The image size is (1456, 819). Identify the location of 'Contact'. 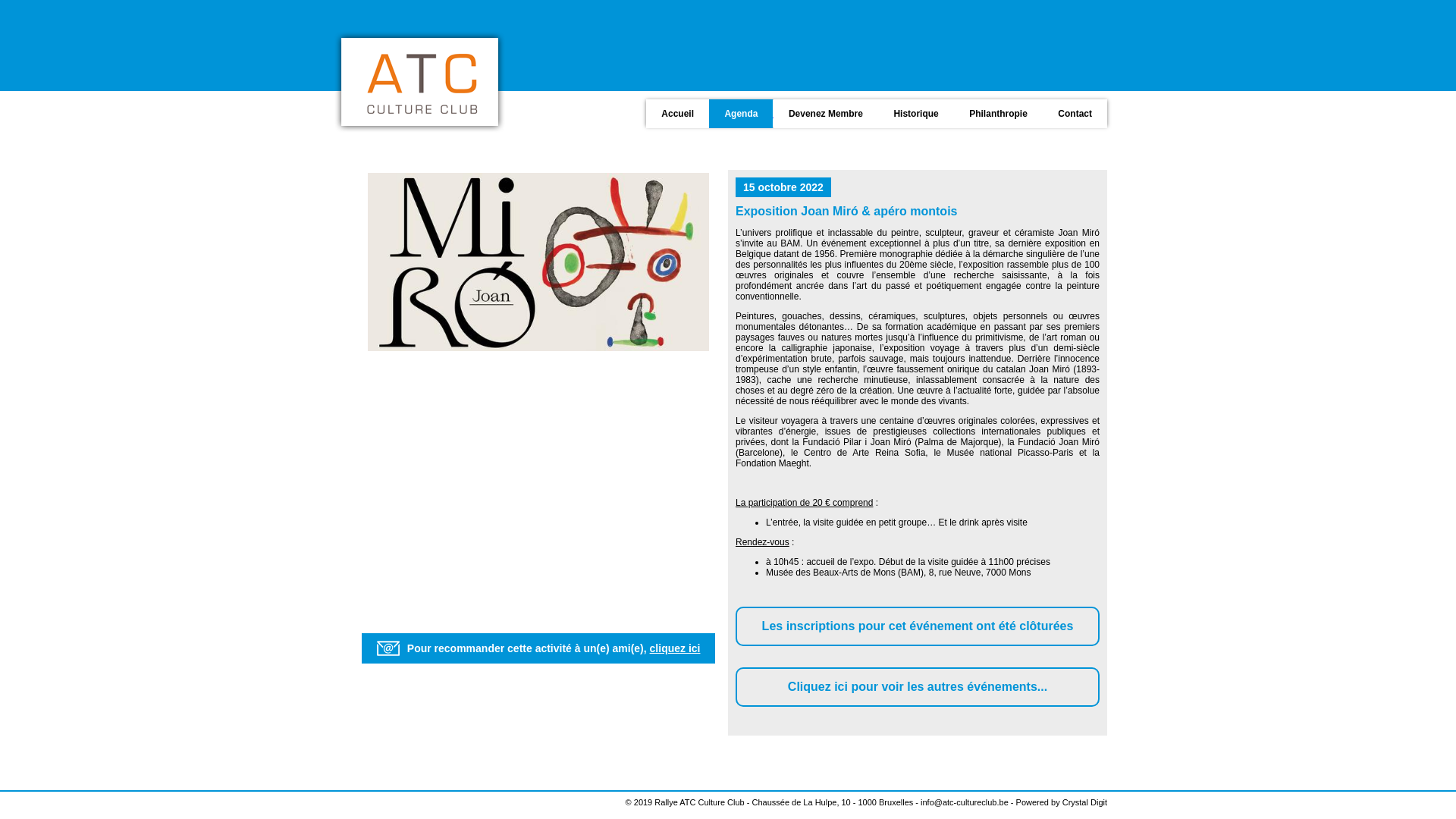
(1072, 111).